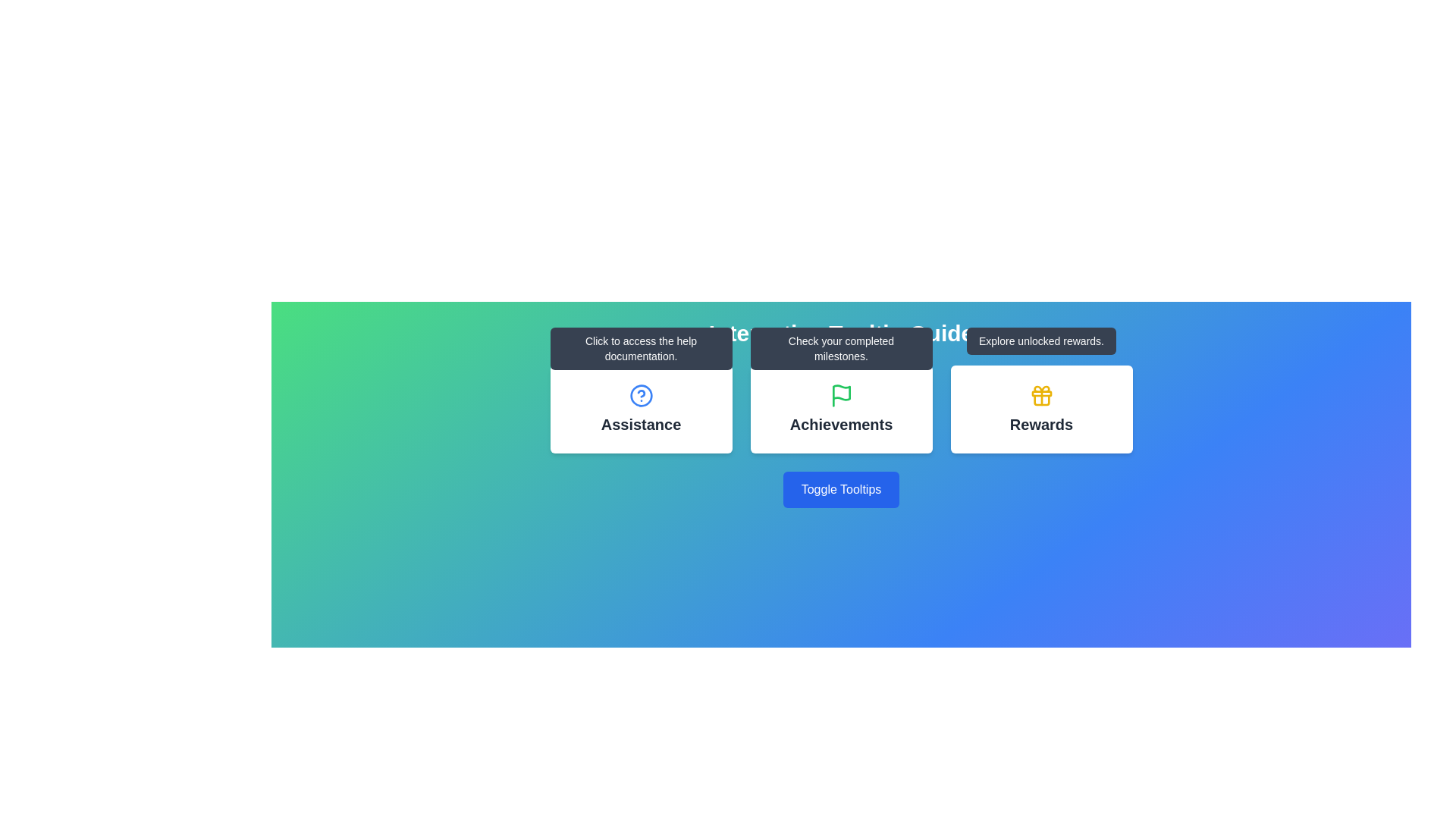 Image resolution: width=1456 pixels, height=819 pixels. I want to click on the circular help icon with a blue outline and a question mark inside, located at the center of the 'Assistance' card, to access the help documentation, so click(641, 394).